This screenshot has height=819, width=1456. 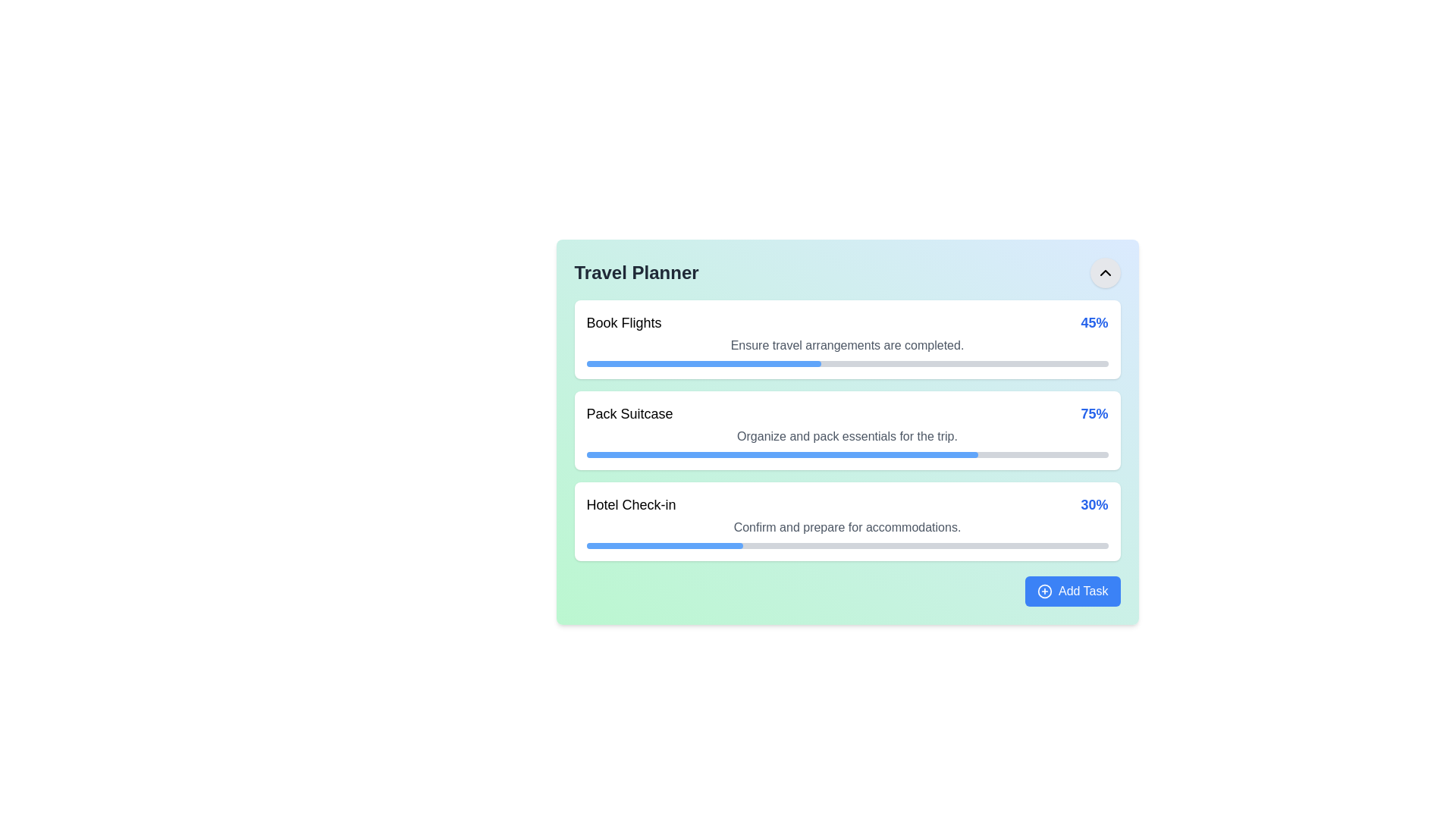 What do you see at coordinates (846, 454) in the screenshot?
I see `horizontal progress bar located within the 'Pack Suitcase' section of the task card, which has a gray background and a blue foreground indicating progress` at bounding box center [846, 454].